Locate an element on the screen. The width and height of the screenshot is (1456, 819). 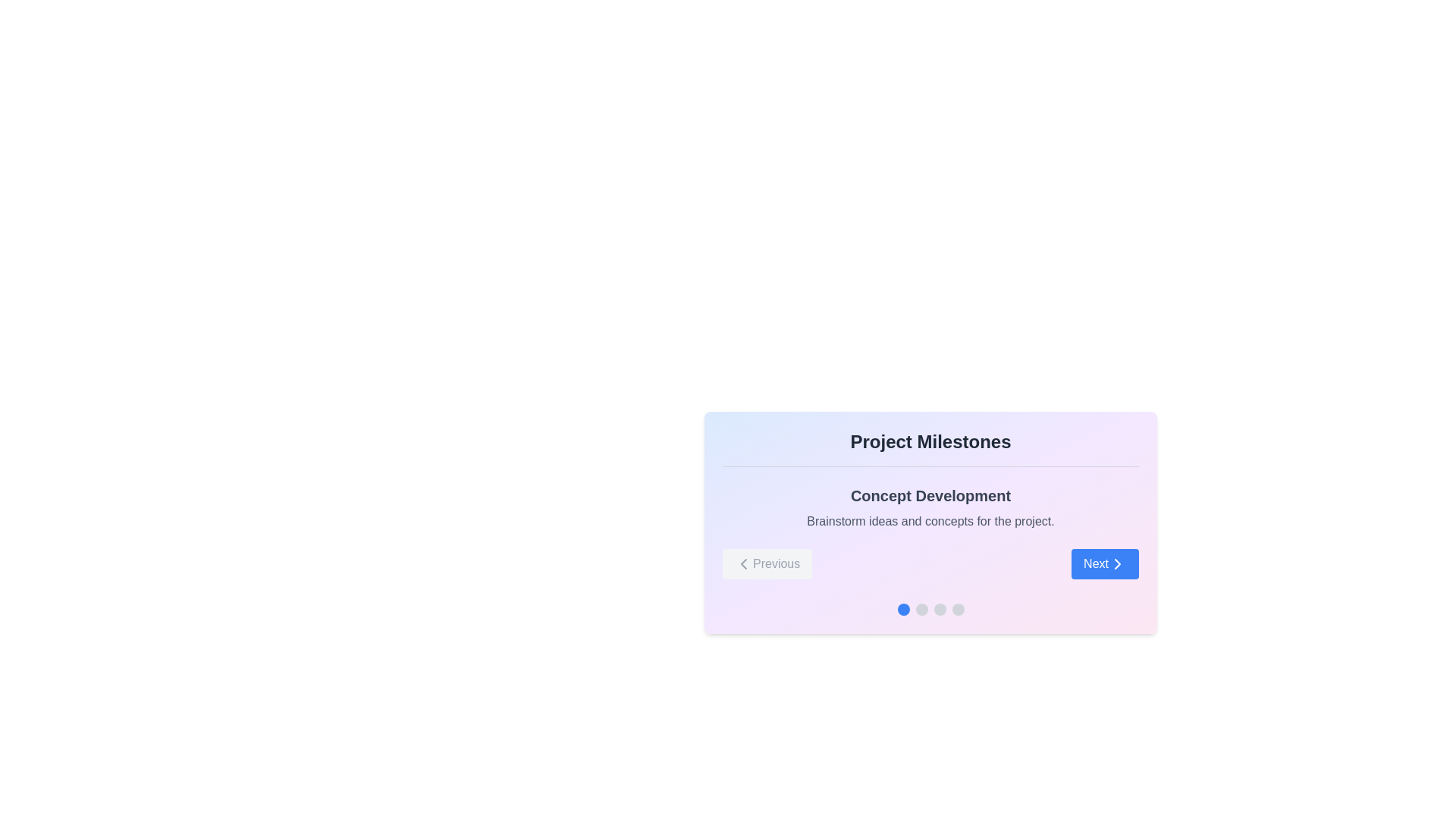
the 'Previous' button located at the bottom-left corner of the card interface, which contains the left-facing chevron arrow icon is located at coordinates (743, 564).